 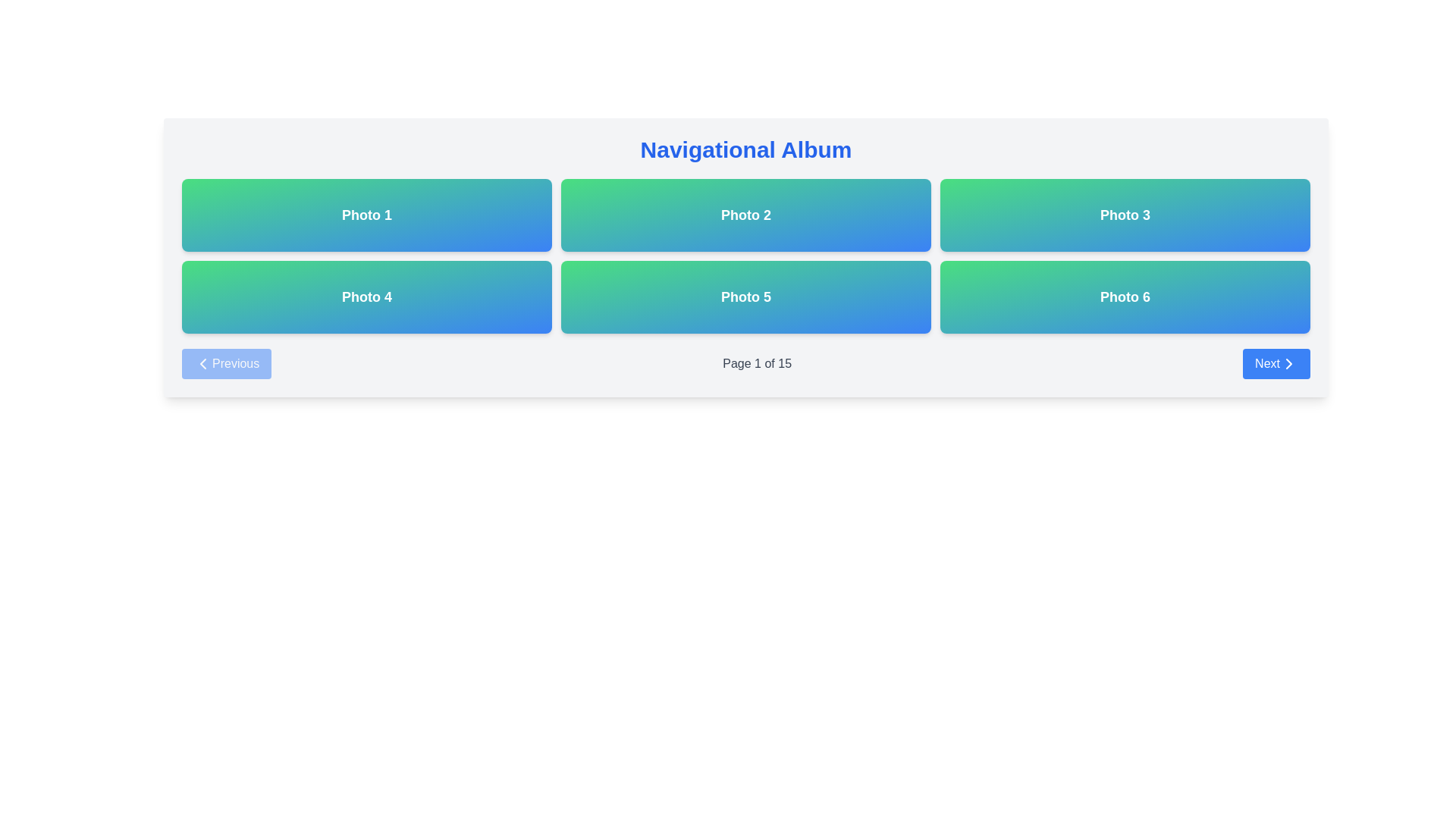 I want to click on the button labeled 'Photo 4', which is the first item in the second row of a grid layout, located directly beneath 'Photo 1', so click(x=367, y=297).